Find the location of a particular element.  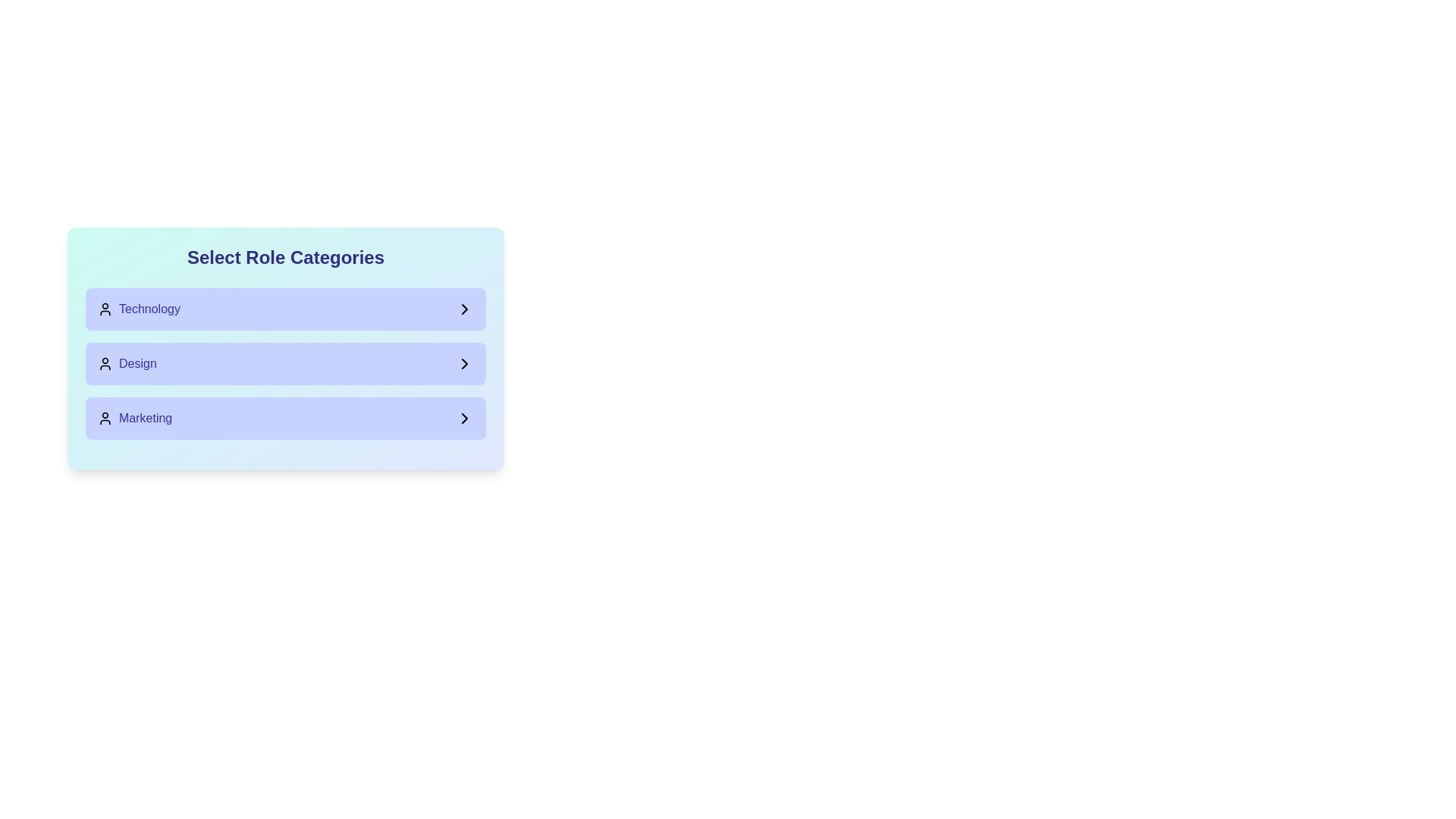

the user profile silhouette icon located to the left of the 'Marketing' label in the 'Select Role Categories' section is located at coordinates (105, 418).